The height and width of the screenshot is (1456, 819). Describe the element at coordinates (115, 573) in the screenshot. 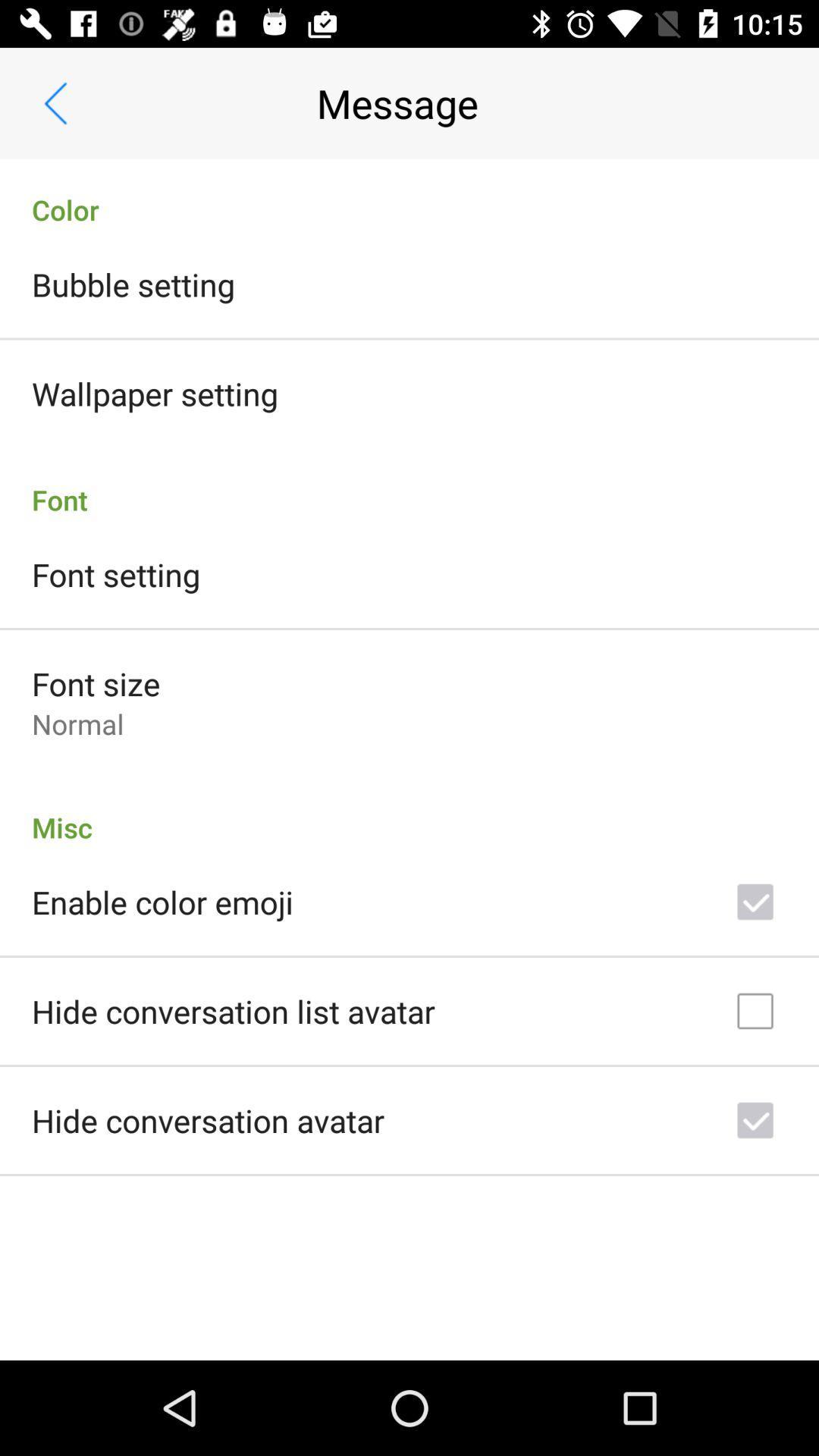

I see `the icon above font size` at that location.